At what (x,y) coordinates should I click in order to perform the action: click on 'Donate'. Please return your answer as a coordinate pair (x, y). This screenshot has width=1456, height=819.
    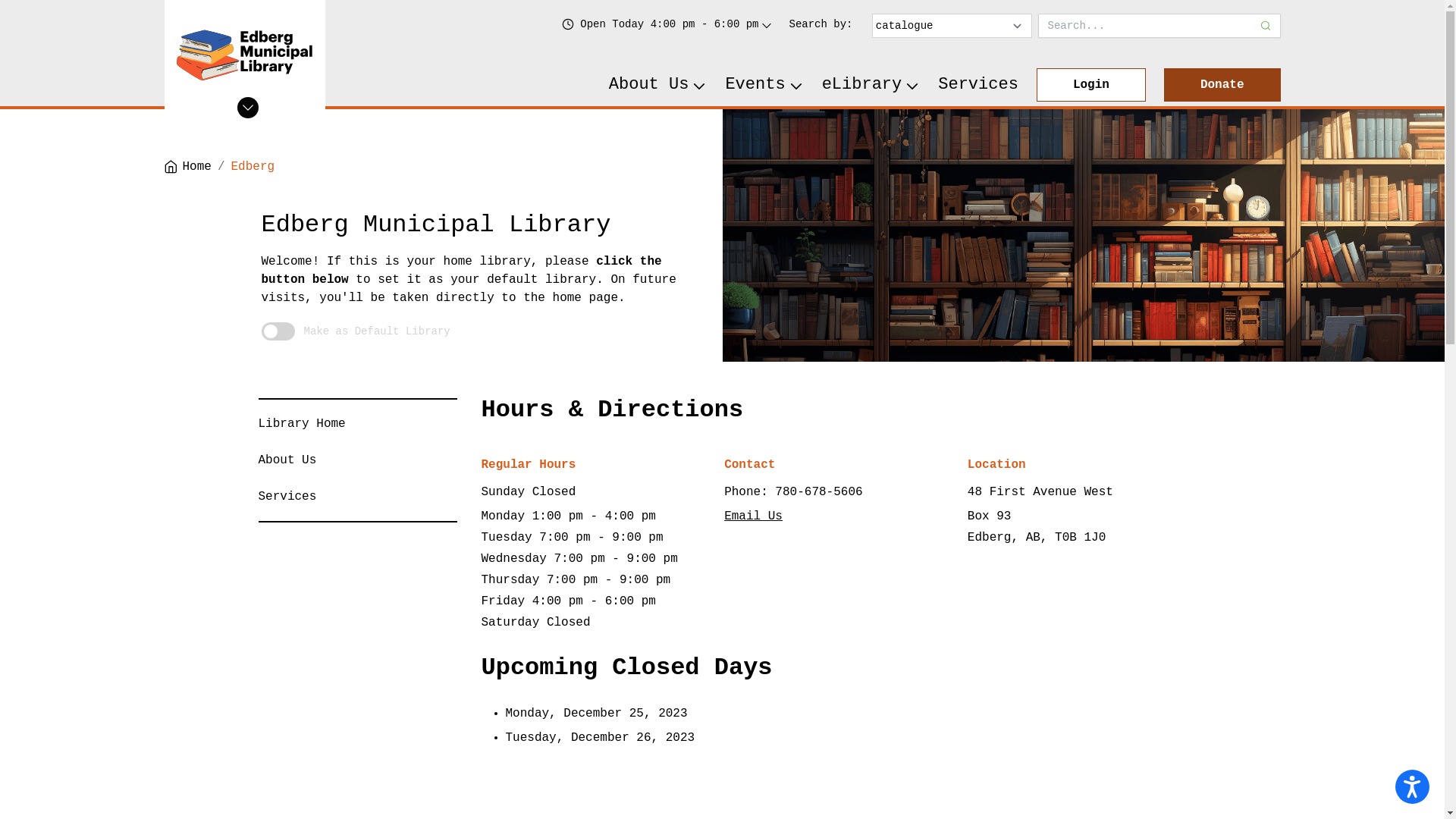
    Looking at the image, I should click on (1222, 84).